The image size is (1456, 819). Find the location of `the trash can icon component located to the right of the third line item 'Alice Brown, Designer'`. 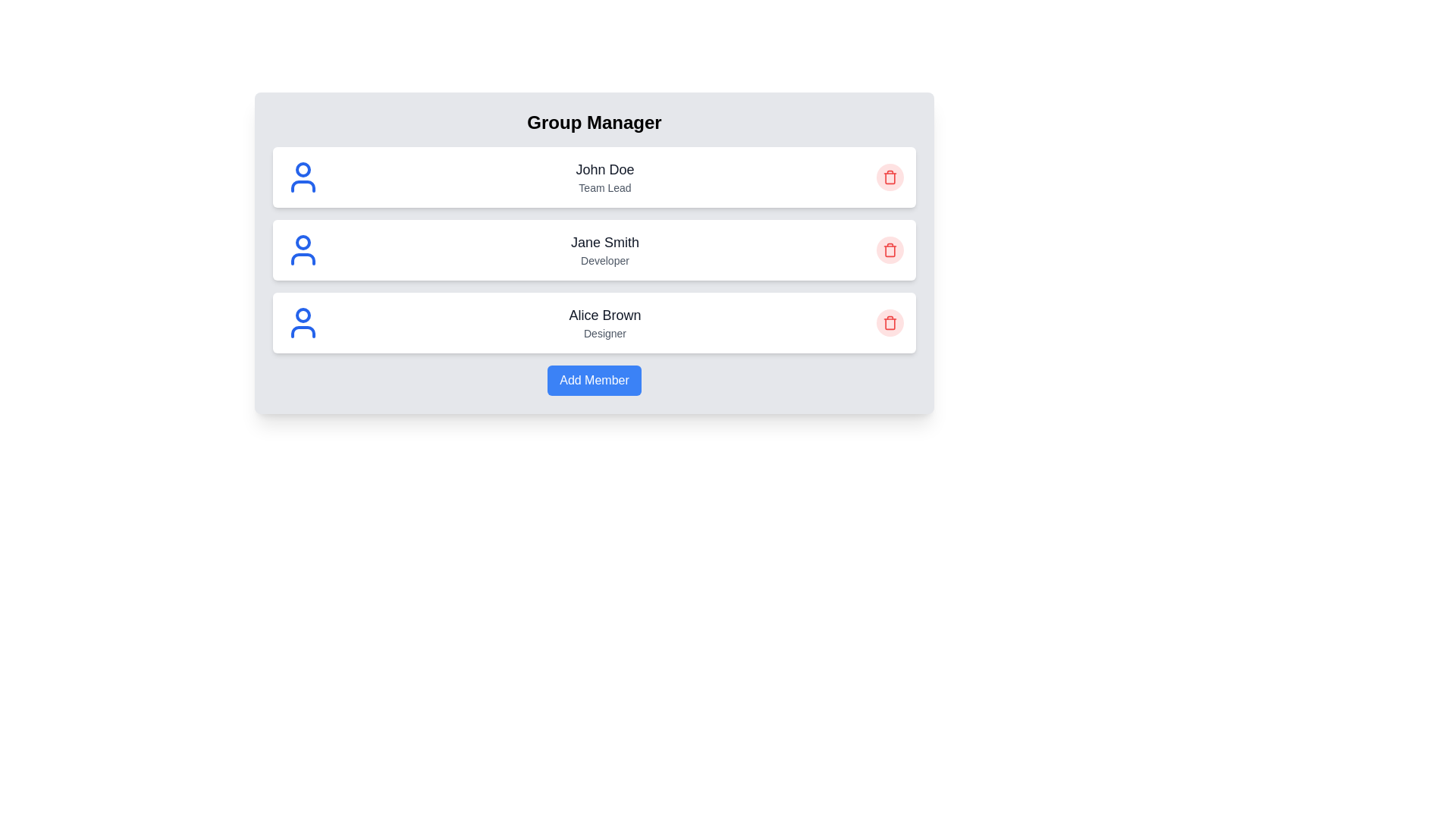

the trash can icon component located to the right of the third line item 'Alice Brown, Designer' is located at coordinates (890, 323).